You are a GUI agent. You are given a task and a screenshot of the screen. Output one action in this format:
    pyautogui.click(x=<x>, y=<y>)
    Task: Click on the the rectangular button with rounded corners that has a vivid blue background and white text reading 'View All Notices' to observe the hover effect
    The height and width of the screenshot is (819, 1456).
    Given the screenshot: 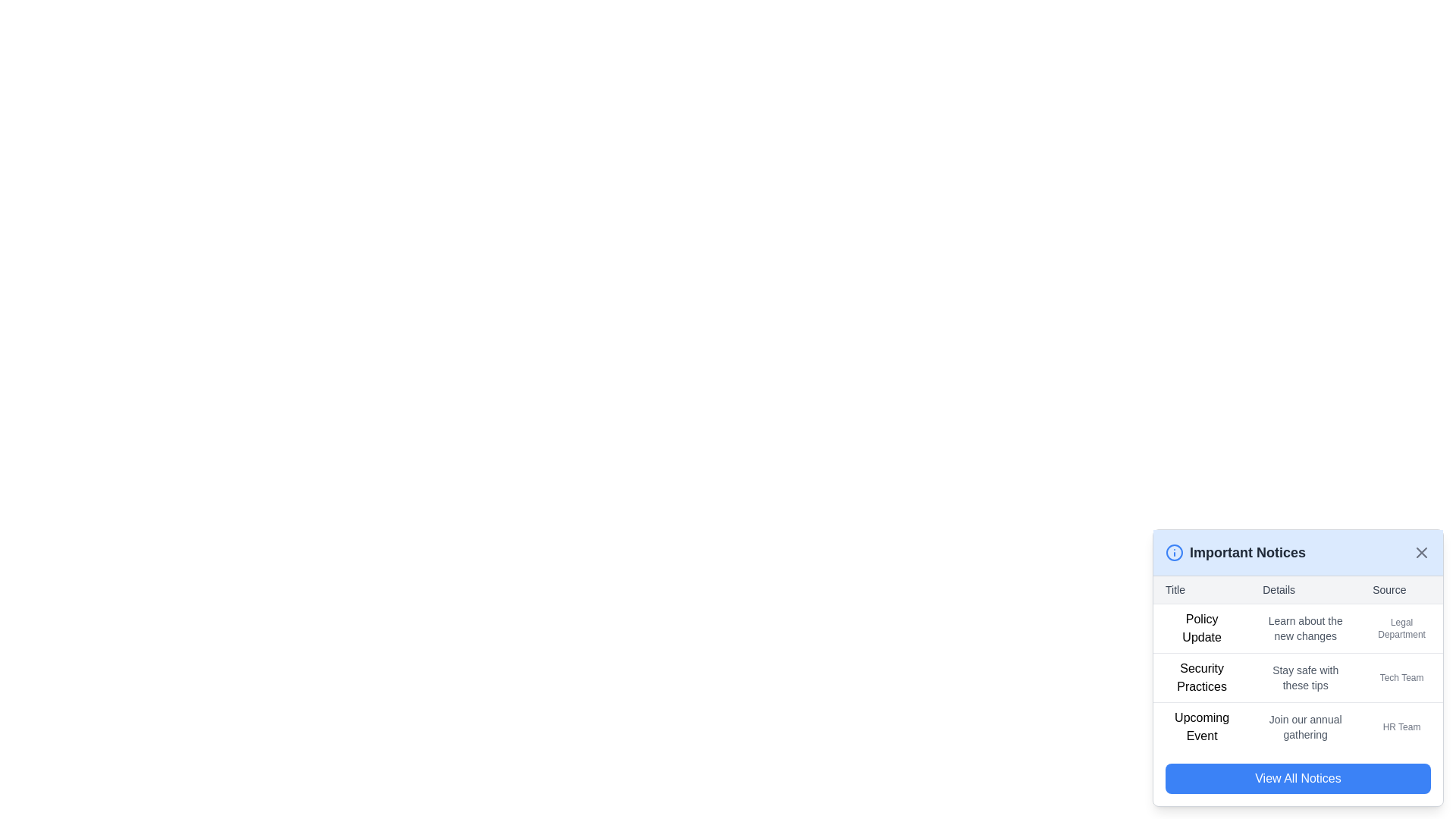 What is the action you would take?
    pyautogui.click(x=1298, y=778)
    